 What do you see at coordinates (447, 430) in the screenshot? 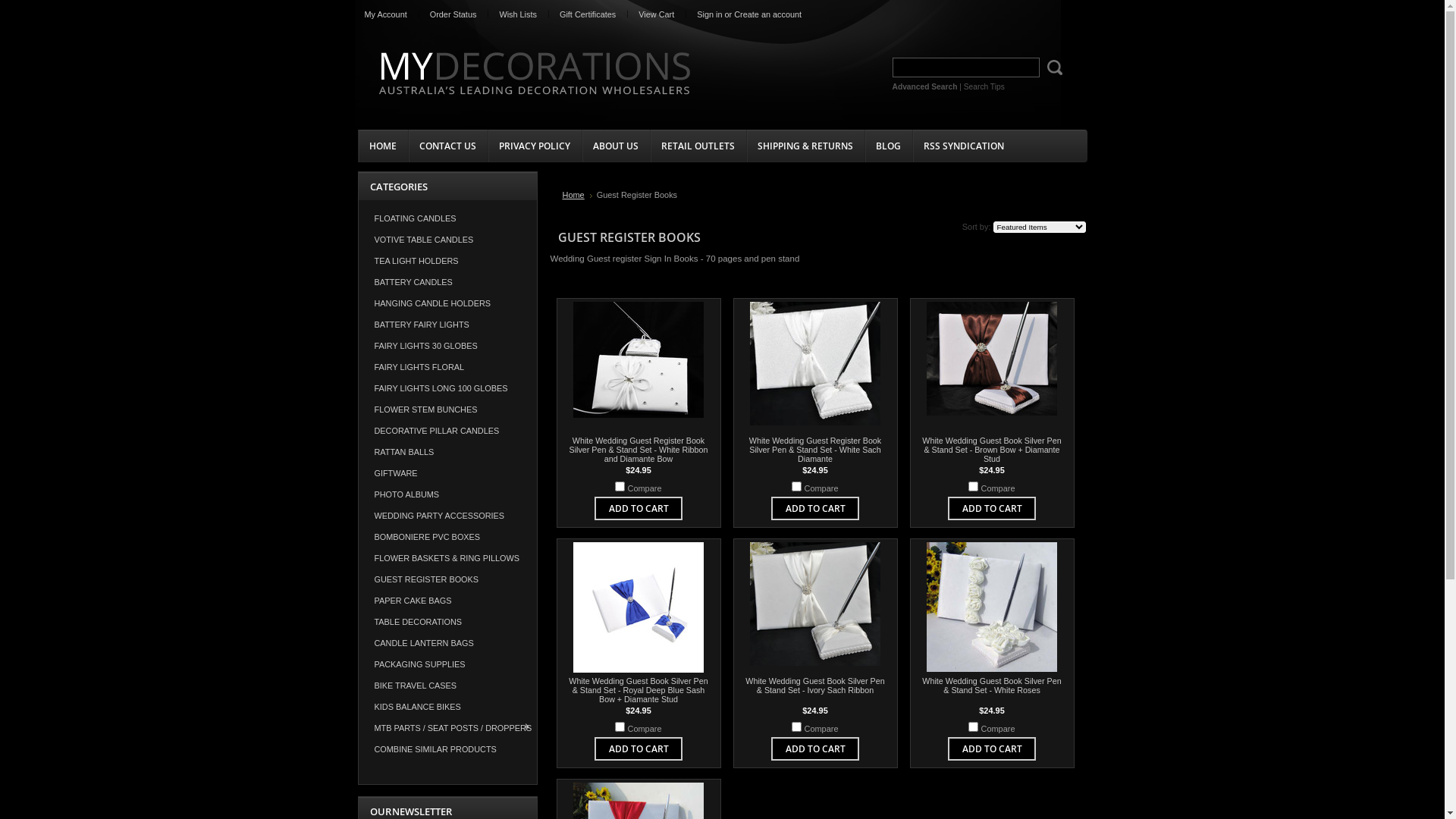
I see `'DECORATIVE PILLAR CANDLES'` at bounding box center [447, 430].